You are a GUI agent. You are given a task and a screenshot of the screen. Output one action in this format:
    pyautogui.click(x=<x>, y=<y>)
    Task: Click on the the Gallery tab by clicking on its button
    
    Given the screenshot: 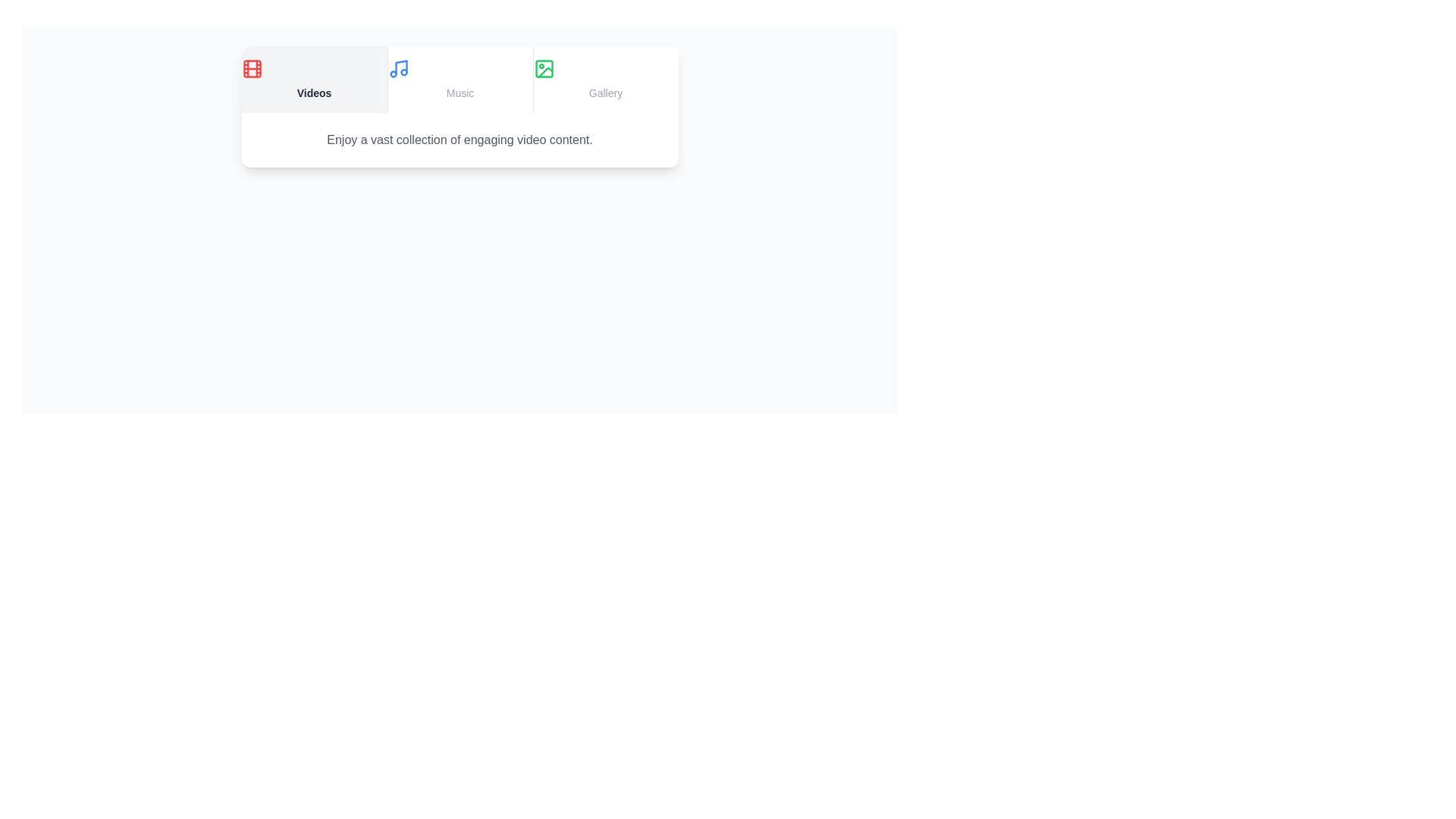 What is the action you would take?
    pyautogui.click(x=604, y=79)
    